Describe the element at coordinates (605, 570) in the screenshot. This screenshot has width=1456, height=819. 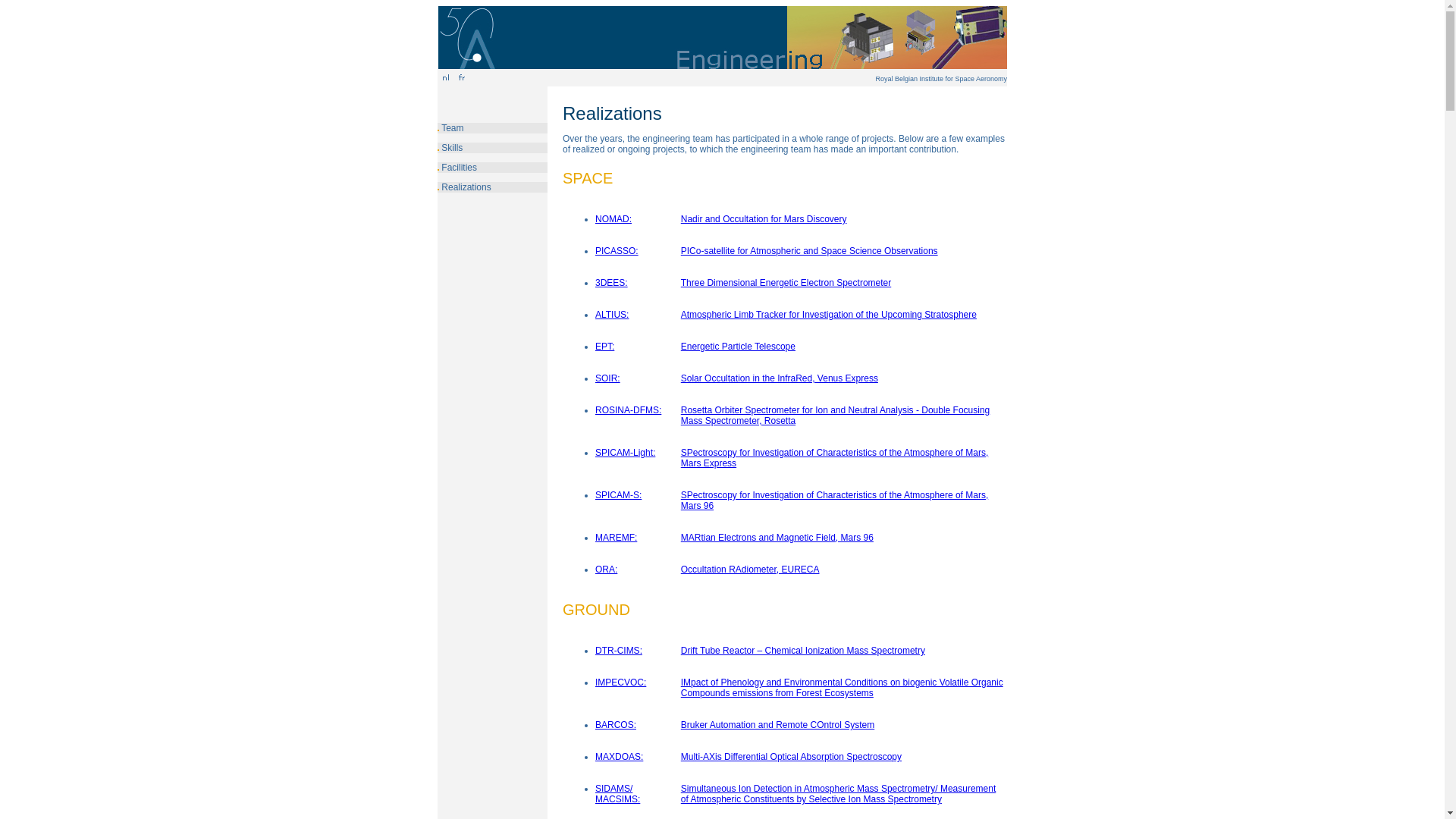
I see `'ORA:'` at that location.